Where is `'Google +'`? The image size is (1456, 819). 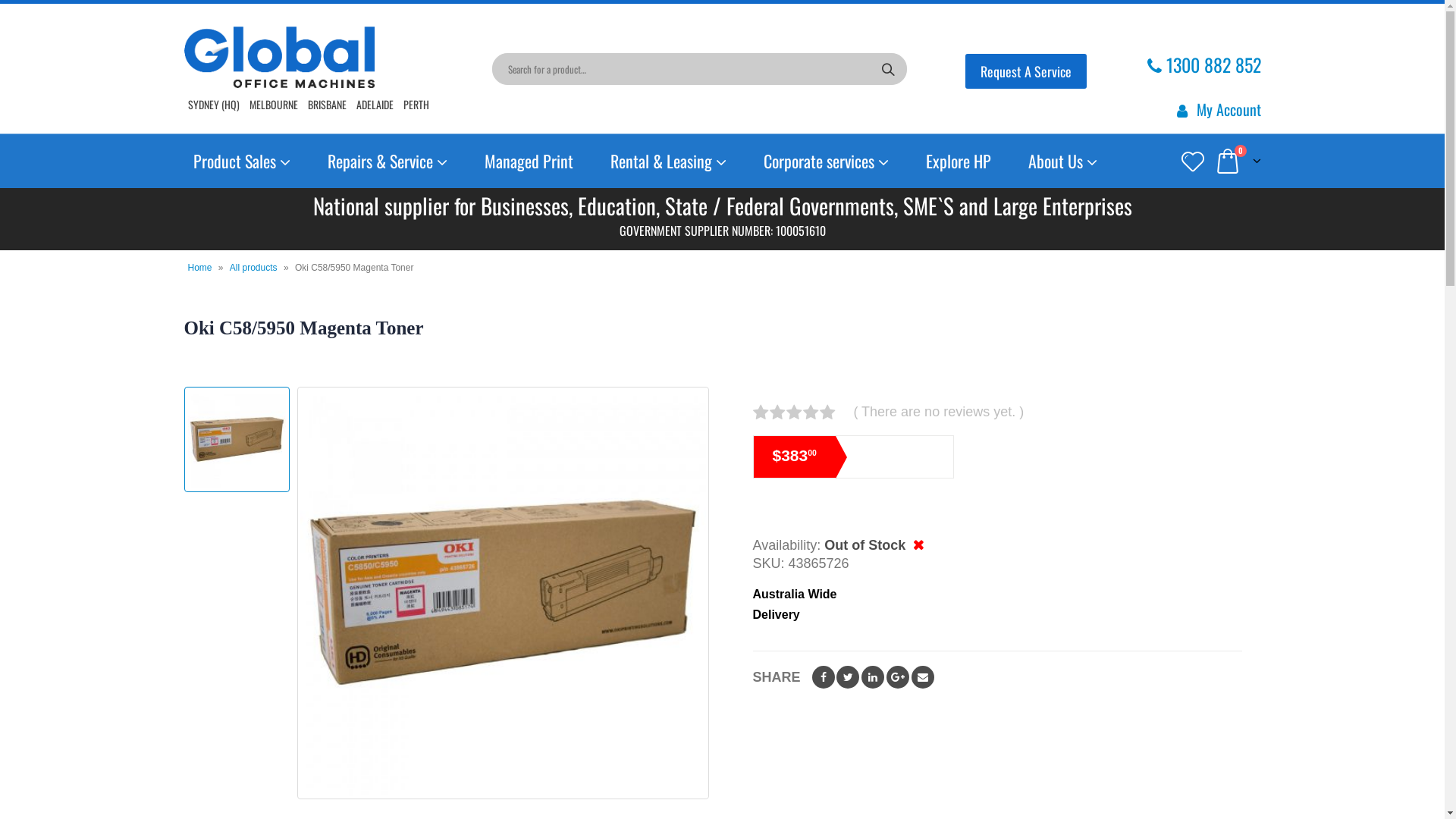
'Google +' is located at coordinates (898, 676).